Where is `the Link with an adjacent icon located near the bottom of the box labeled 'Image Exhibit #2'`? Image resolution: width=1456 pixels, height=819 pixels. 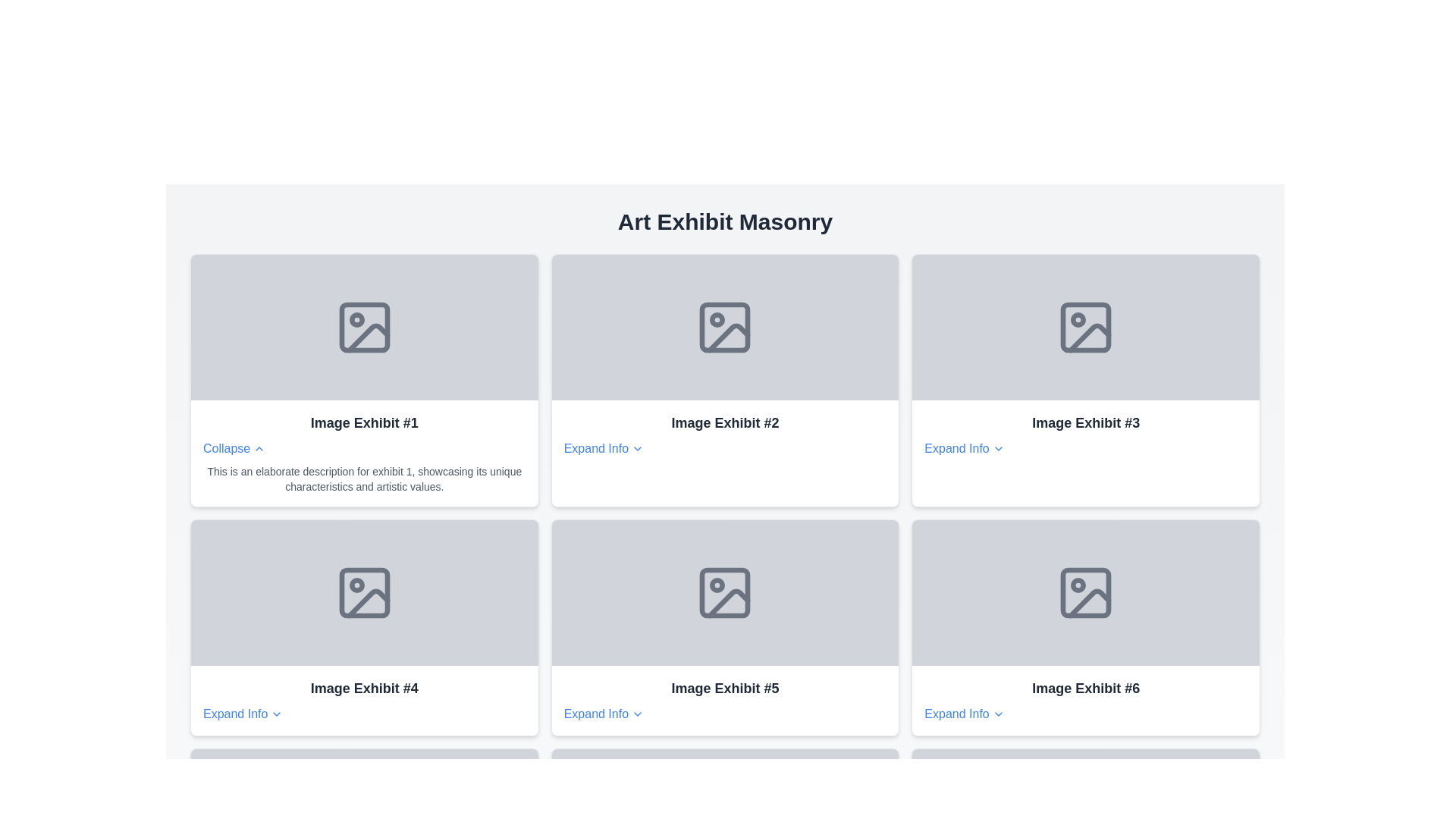 the Link with an adjacent icon located near the bottom of the box labeled 'Image Exhibit #2' is located at coordinates (603, 447).